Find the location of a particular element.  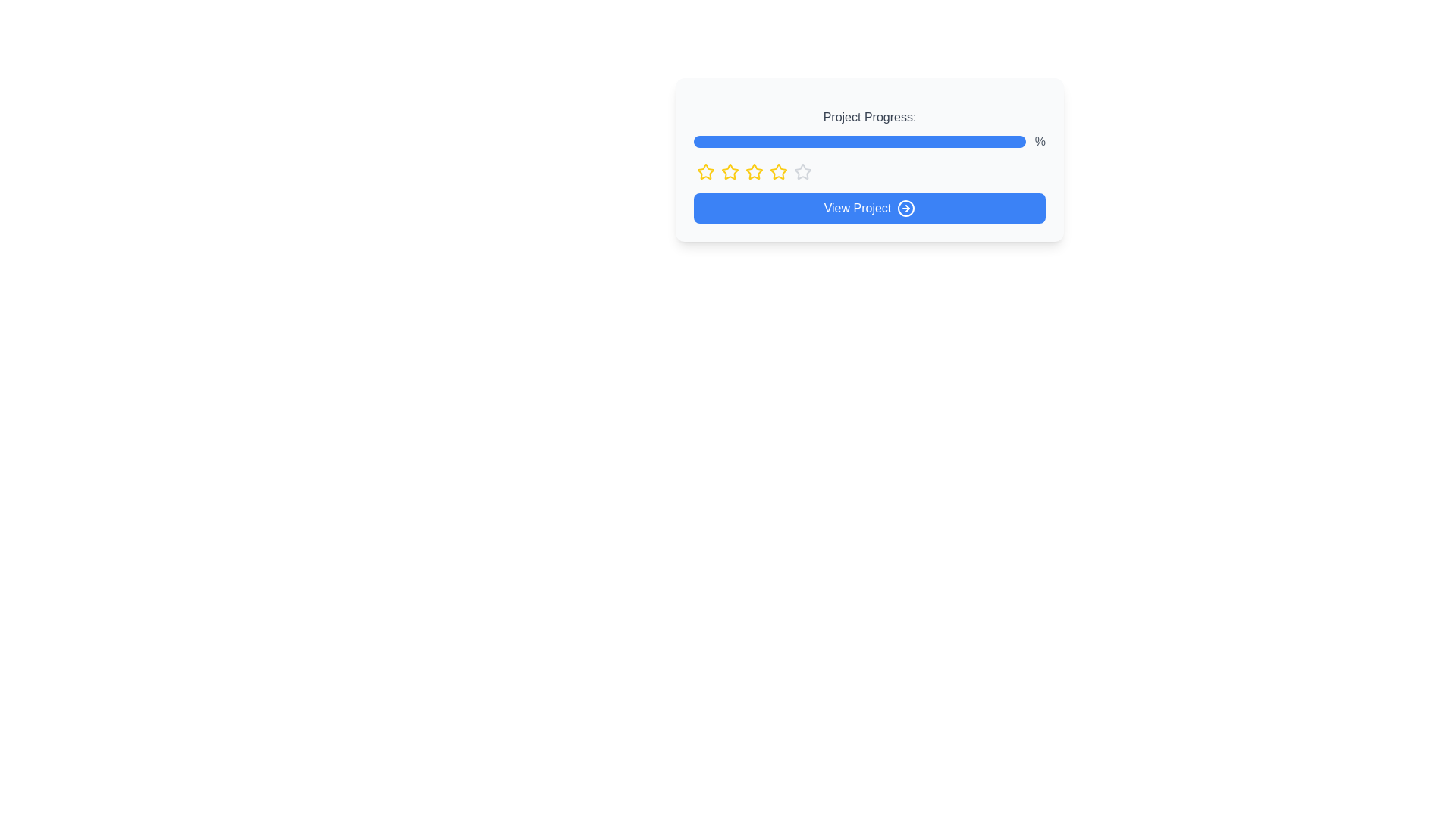

the third star in the horizontal rating system is located at coordinates (730, 171).